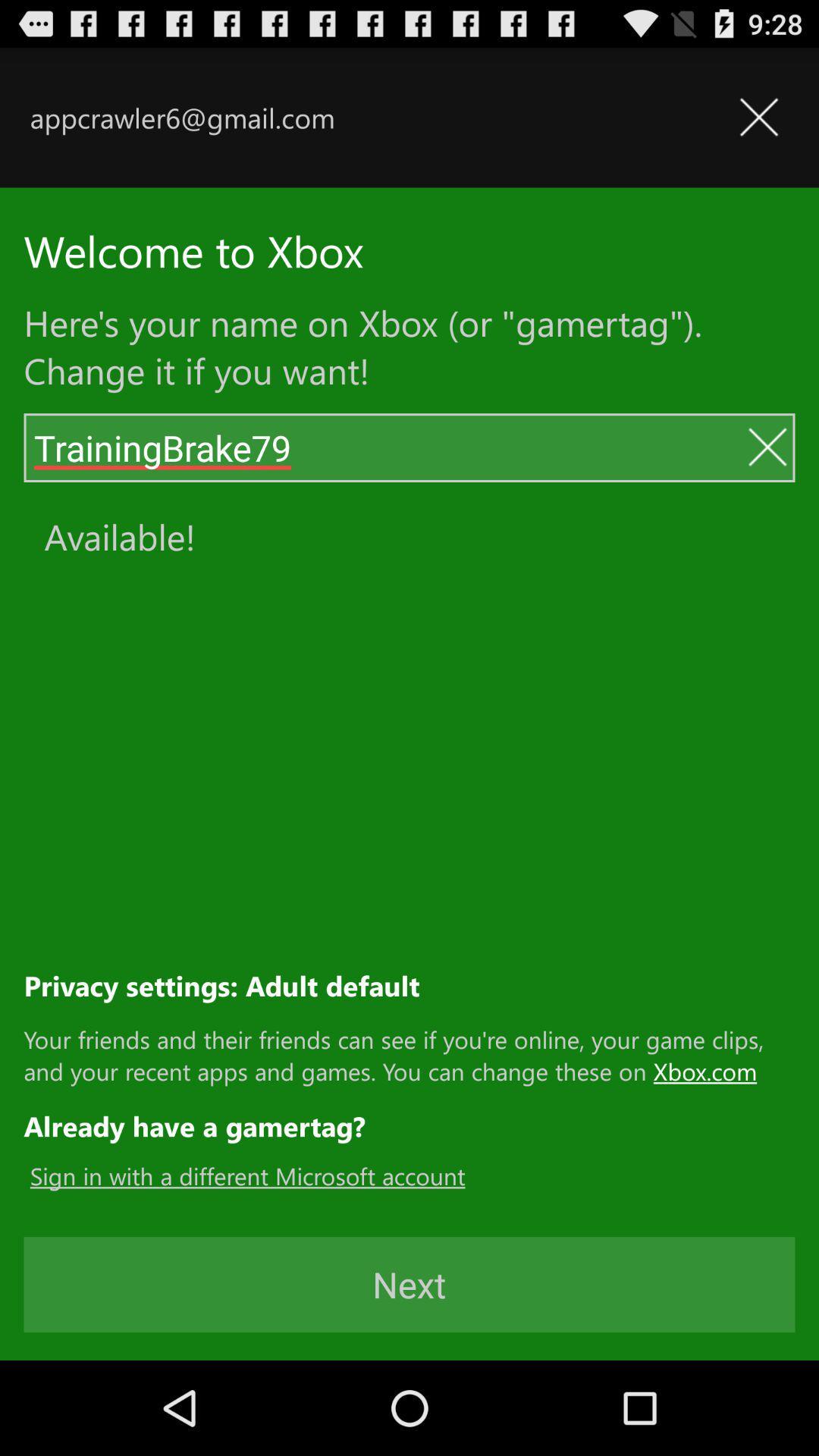  I want to click on the name text field above available, so click(384, 447).